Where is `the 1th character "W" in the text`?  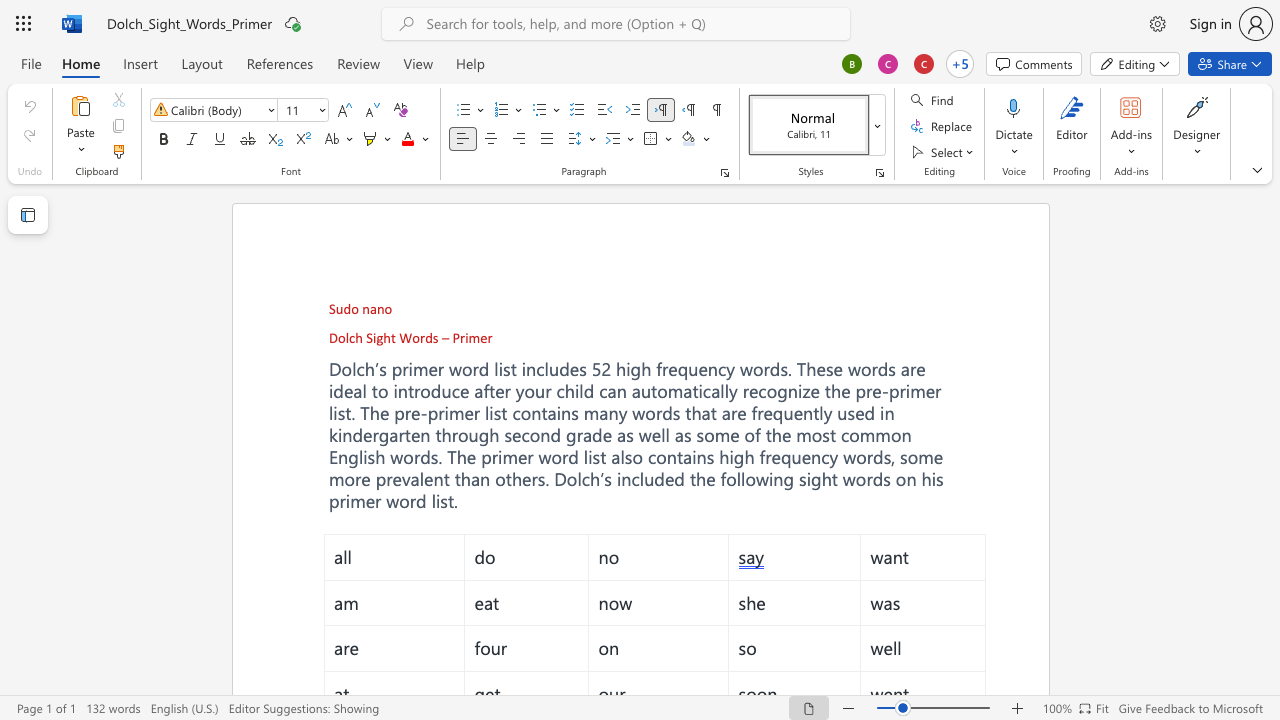 the 1th character "W" in the text is located at coordinates (404, 336).